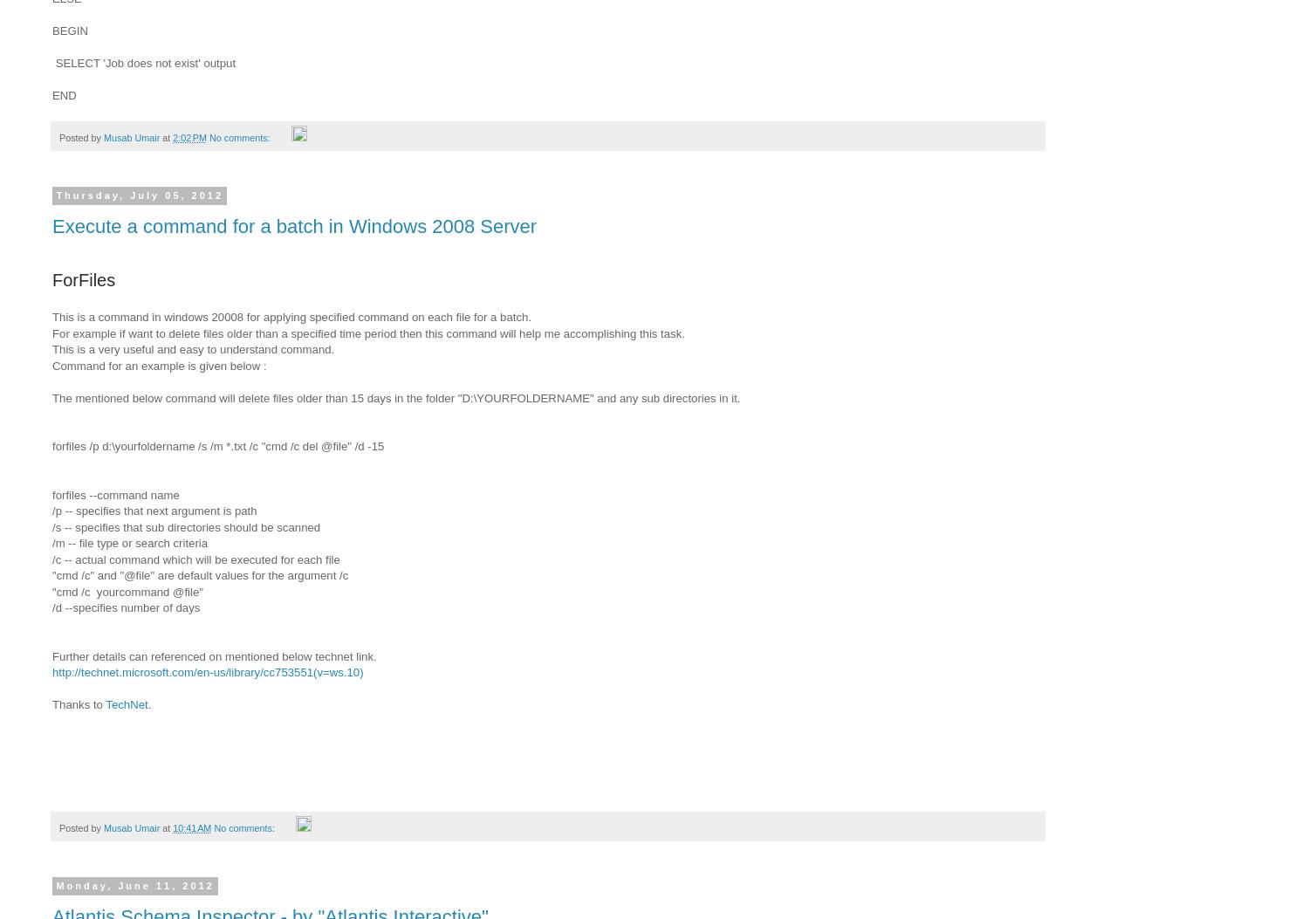 The image size is (1316, 919). What do you see at coordinates (115, 493) in the screenshot?
I see `'forfiles --command name'` at bounding box center [115, 493].